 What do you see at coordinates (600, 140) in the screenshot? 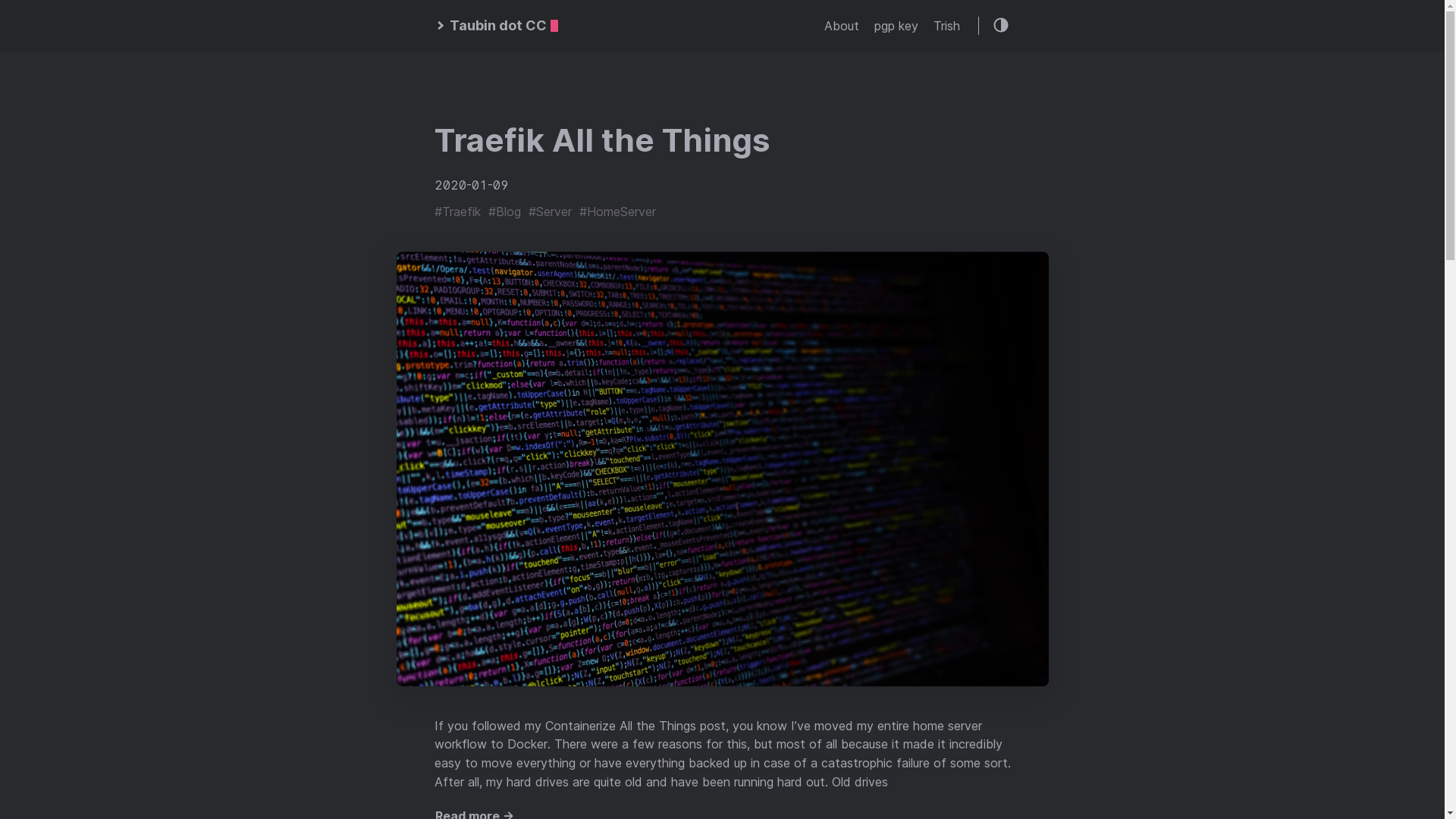
I see `'Traefik All the Things'` at bounding box center [600, 140].